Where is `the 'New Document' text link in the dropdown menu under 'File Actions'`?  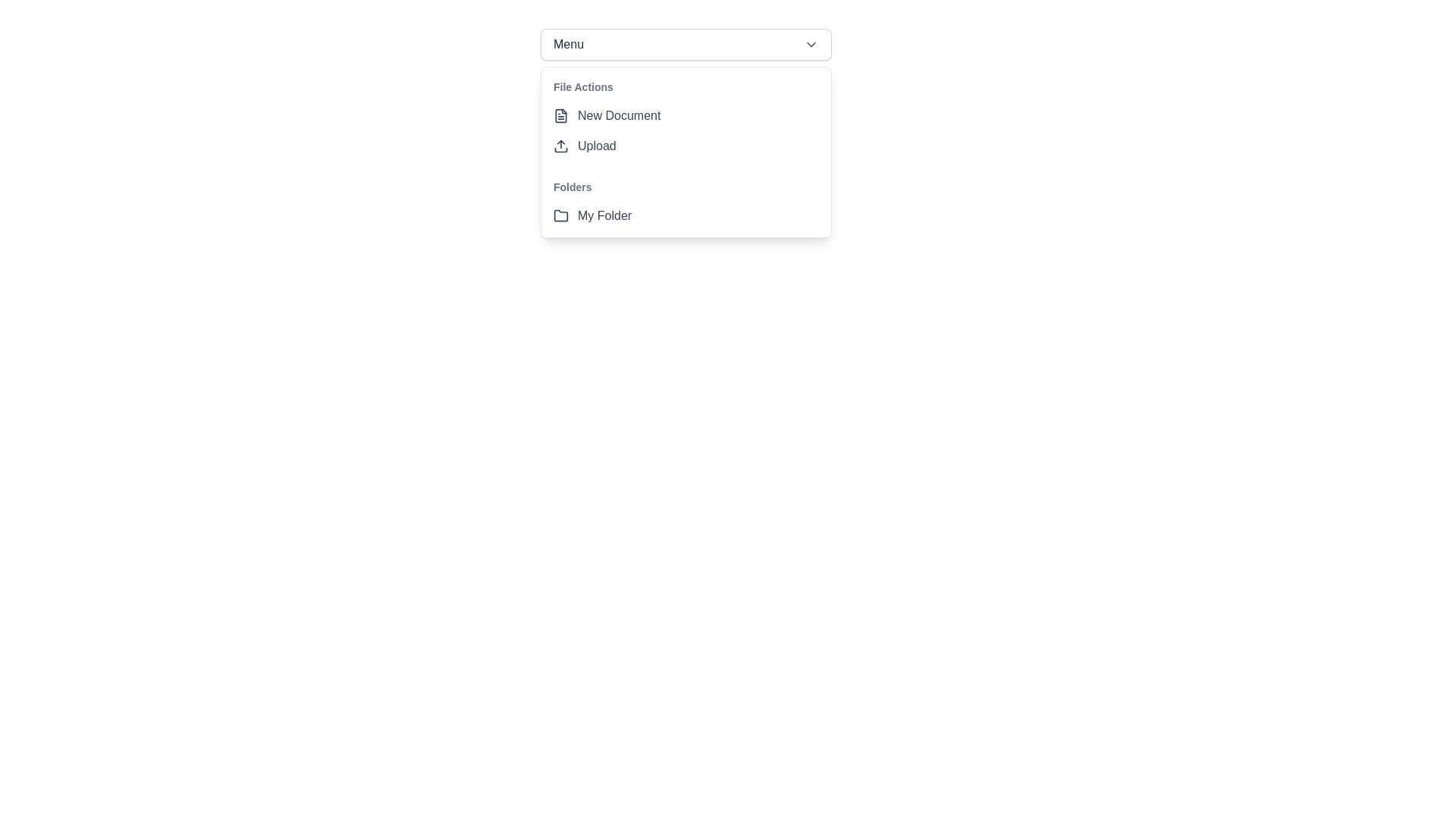
the 'New Document' text link in the dropdown menu under 'File Actions' is located at coordinates (619, 115).